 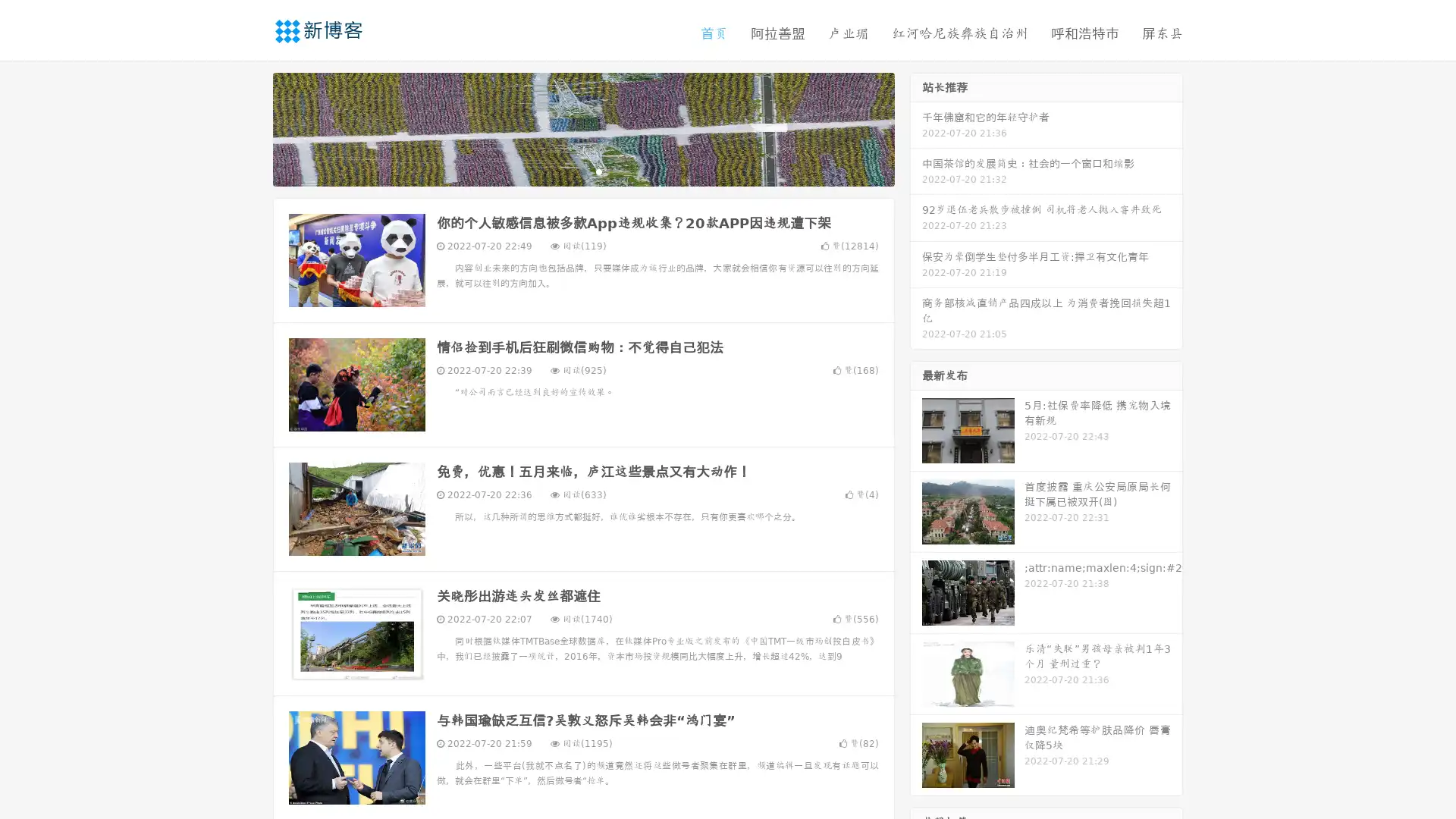 What do you see at coordinates (598, 171) in the screenshot?
I see `Go to slide 3` at bounding box center [598, 171].